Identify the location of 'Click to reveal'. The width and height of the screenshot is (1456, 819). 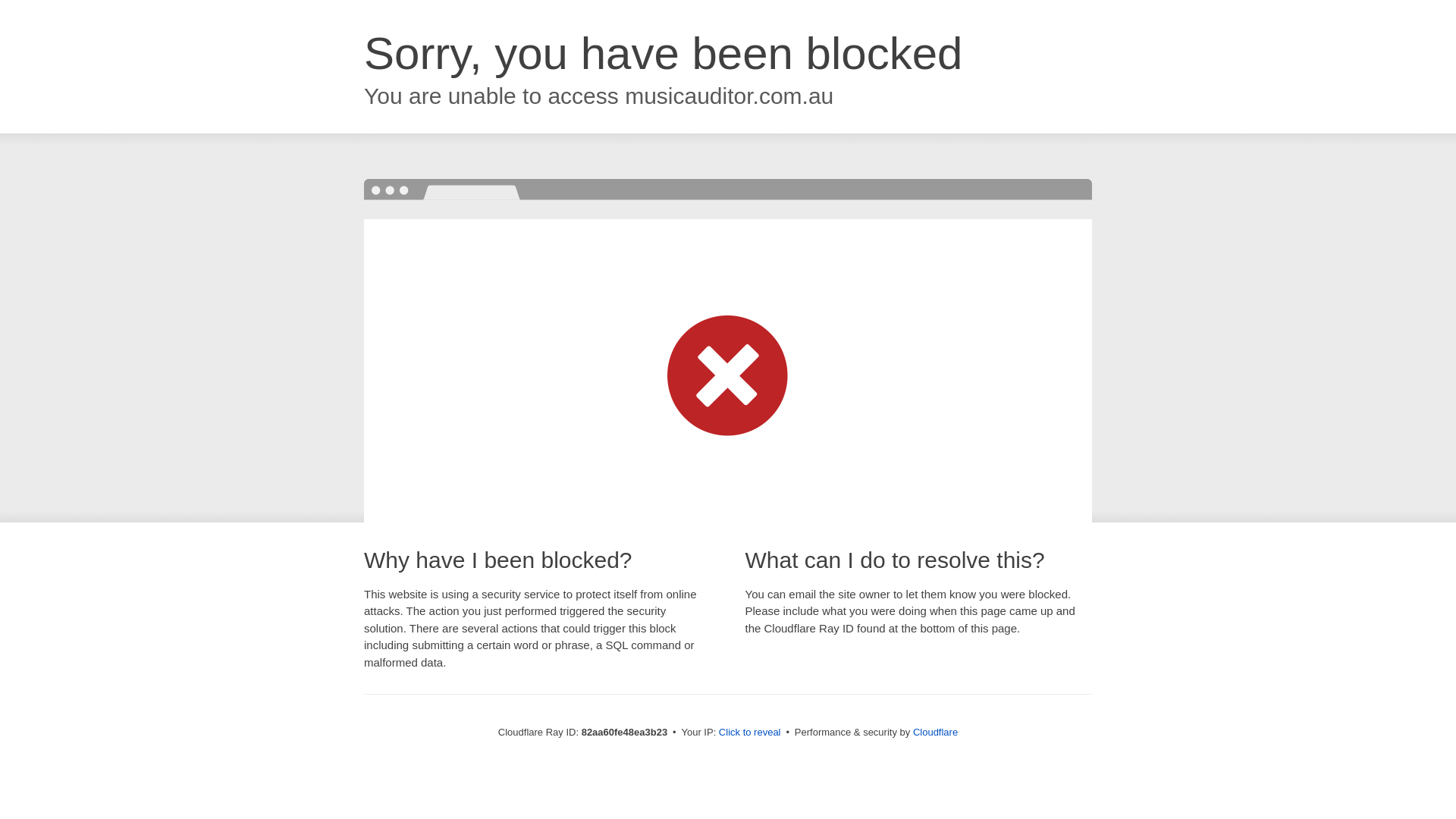
(718, 731).